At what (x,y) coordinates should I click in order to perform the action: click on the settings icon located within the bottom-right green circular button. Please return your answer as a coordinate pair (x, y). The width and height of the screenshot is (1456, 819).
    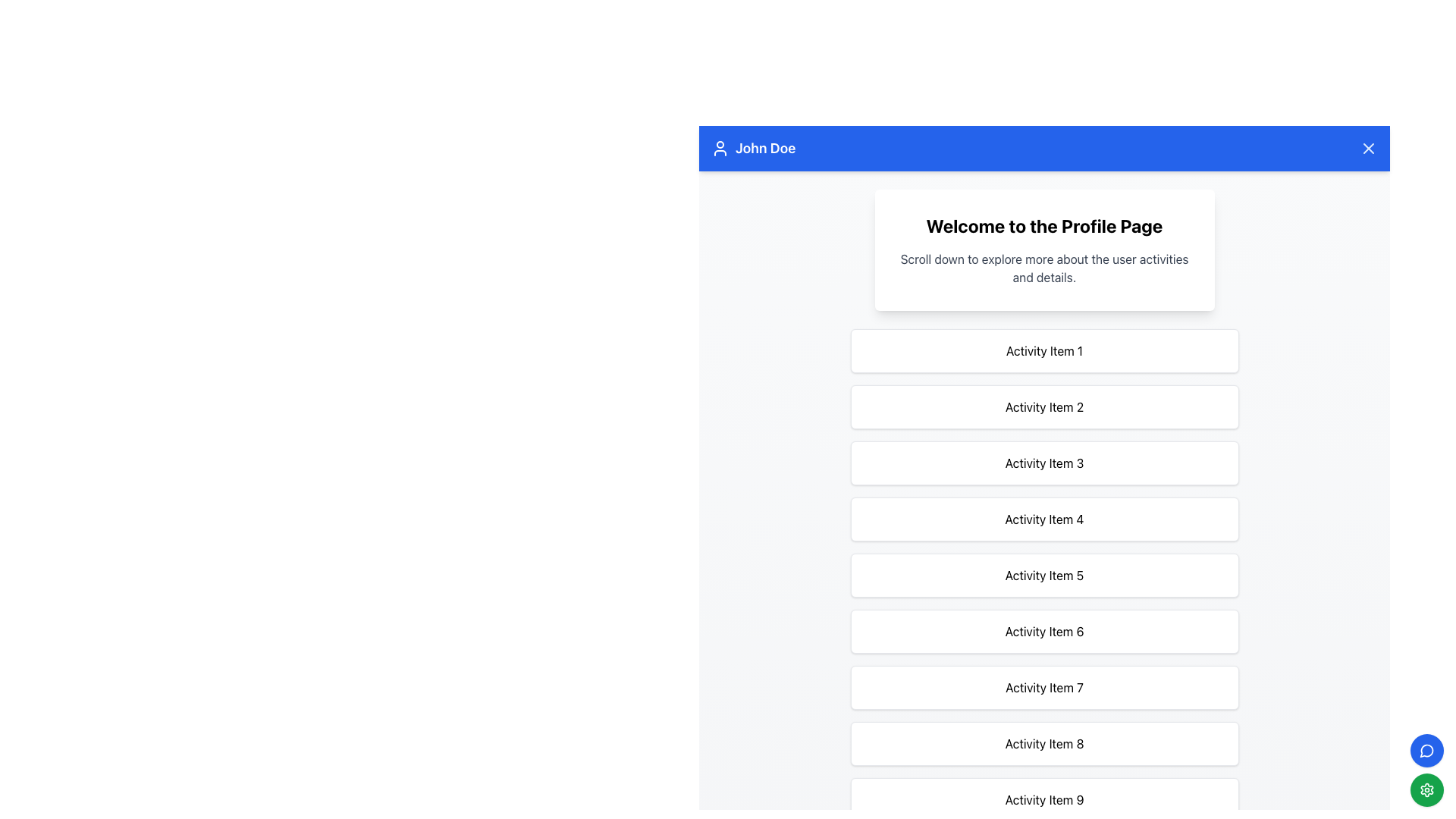
    Looking at the image, I should click on (1426, 789).